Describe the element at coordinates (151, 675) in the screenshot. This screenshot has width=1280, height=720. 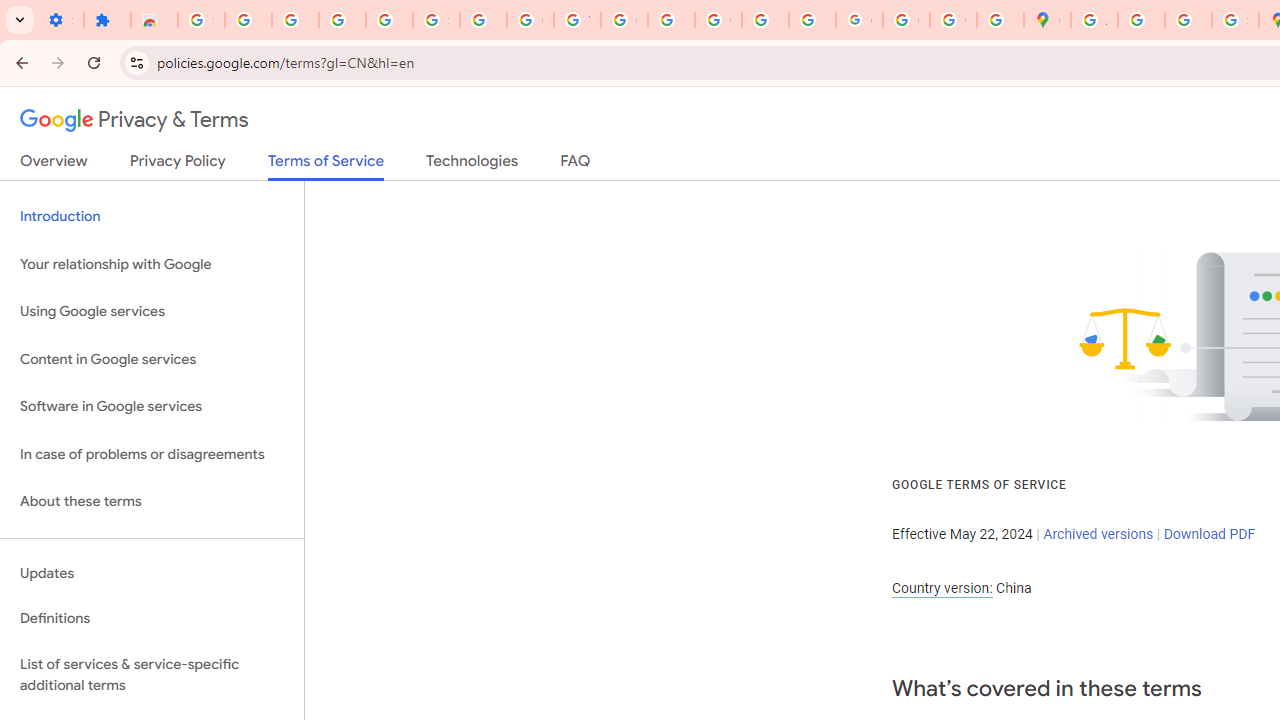
I see `'List of services & service-specific additional terms'` at that location.